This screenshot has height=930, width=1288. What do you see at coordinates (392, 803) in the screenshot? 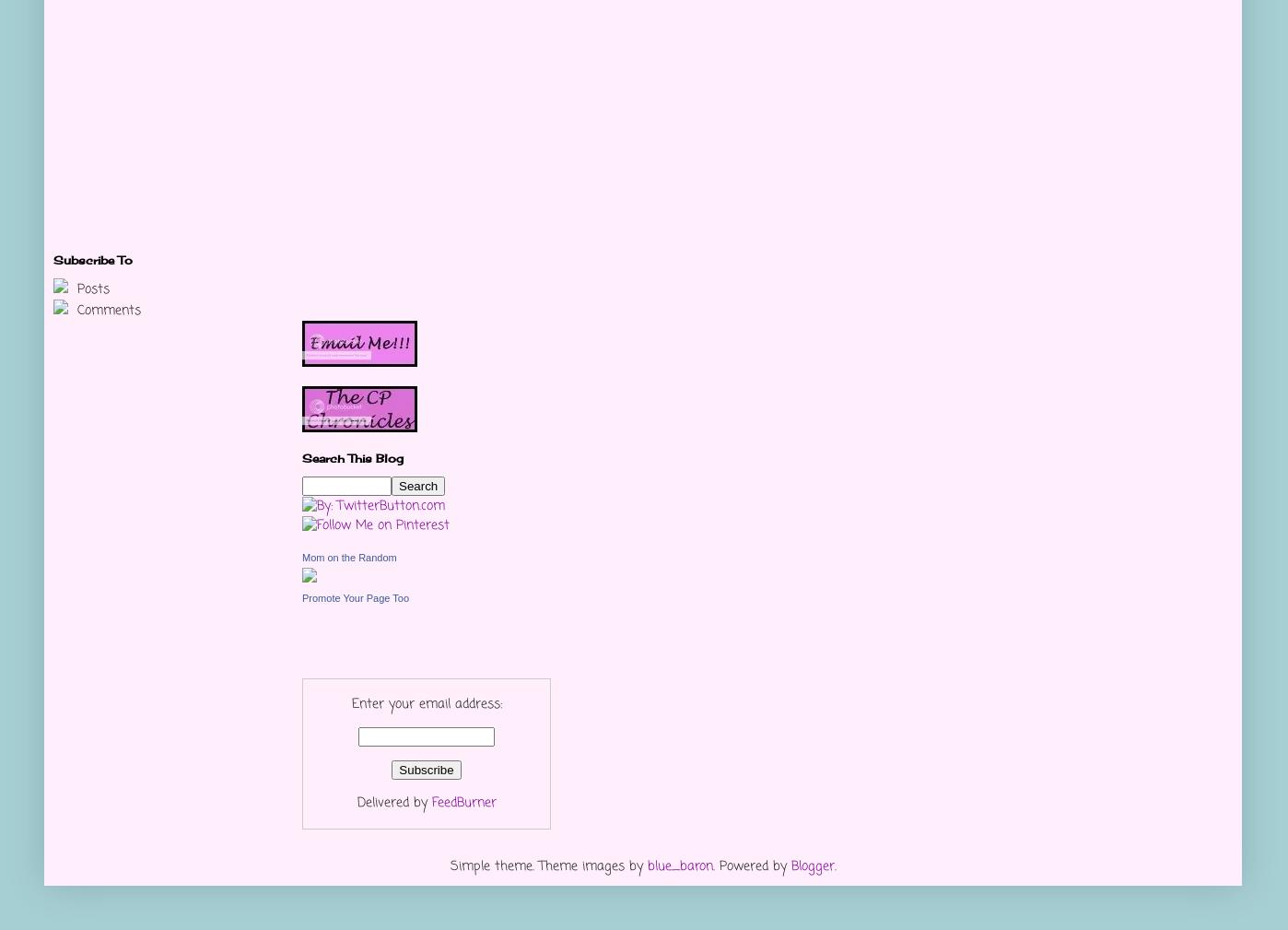
I see `'Delivered by'` at bounding box center [392, 803].